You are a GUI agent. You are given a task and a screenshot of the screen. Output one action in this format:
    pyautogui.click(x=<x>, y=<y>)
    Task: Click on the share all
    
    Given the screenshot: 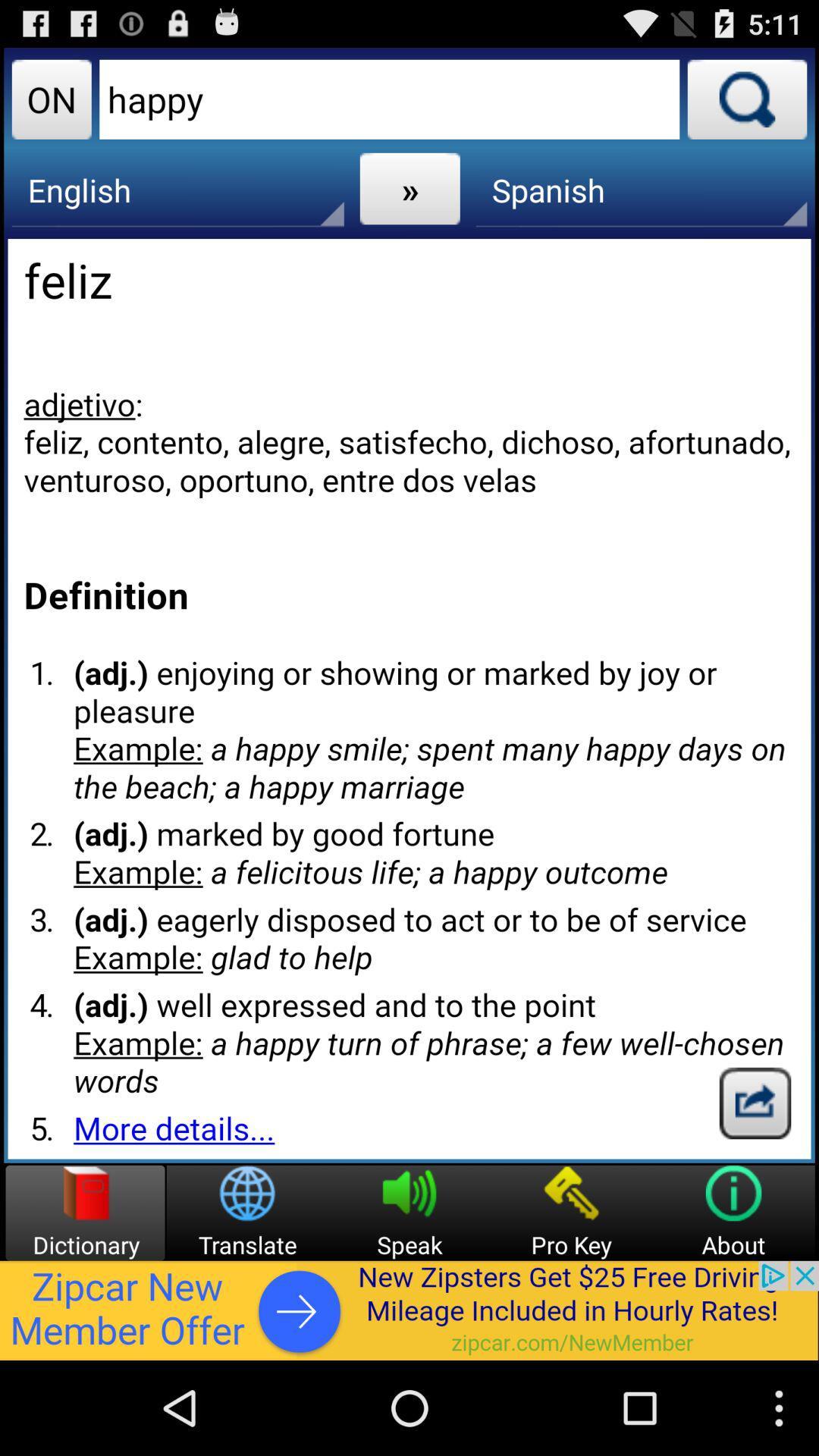 What is the action you would take?
    pyautogui.click(x=755, y=1103)
    